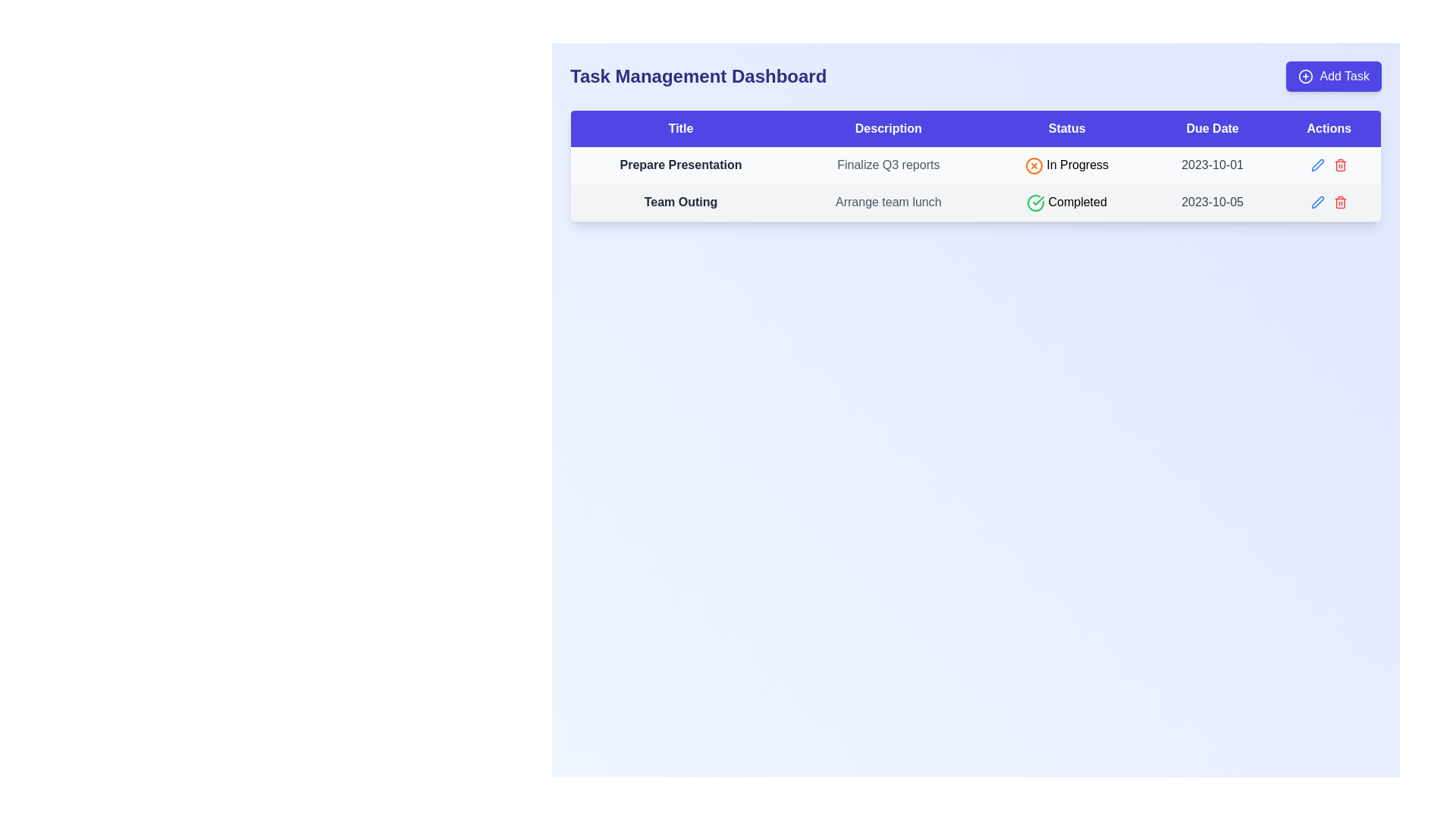 The width and height of the screenshot is (1456, 819). What do you see at coordinates (1340, 165) in the screenshot?
I see `the delete icon button located in the 'Actions' column of the first row of the table` at bounding box center [1340, 165].